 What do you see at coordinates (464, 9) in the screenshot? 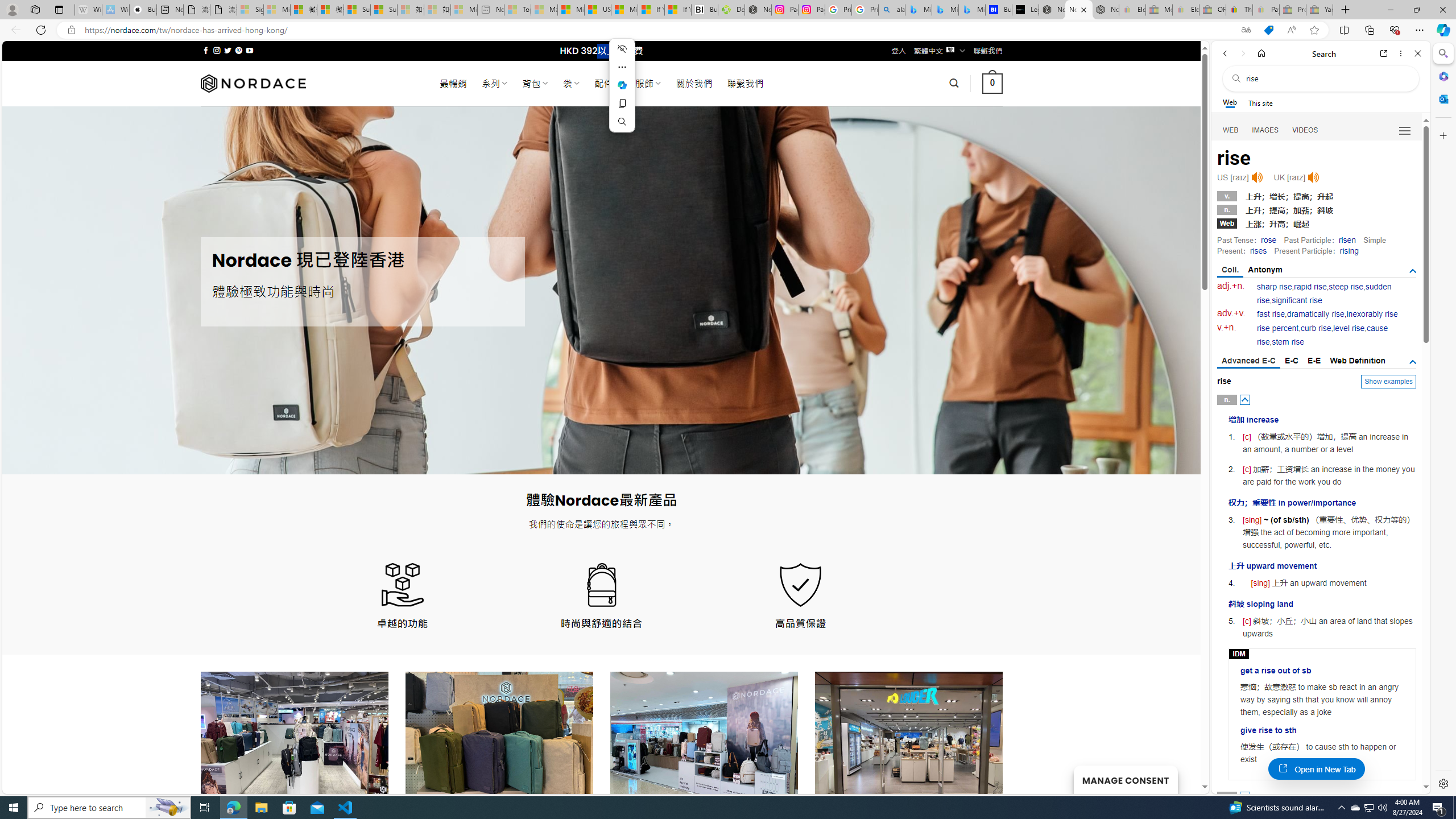
I see `'Microsoft account | Account Checkup - Sleeping'` at bounding box center [464, 9].